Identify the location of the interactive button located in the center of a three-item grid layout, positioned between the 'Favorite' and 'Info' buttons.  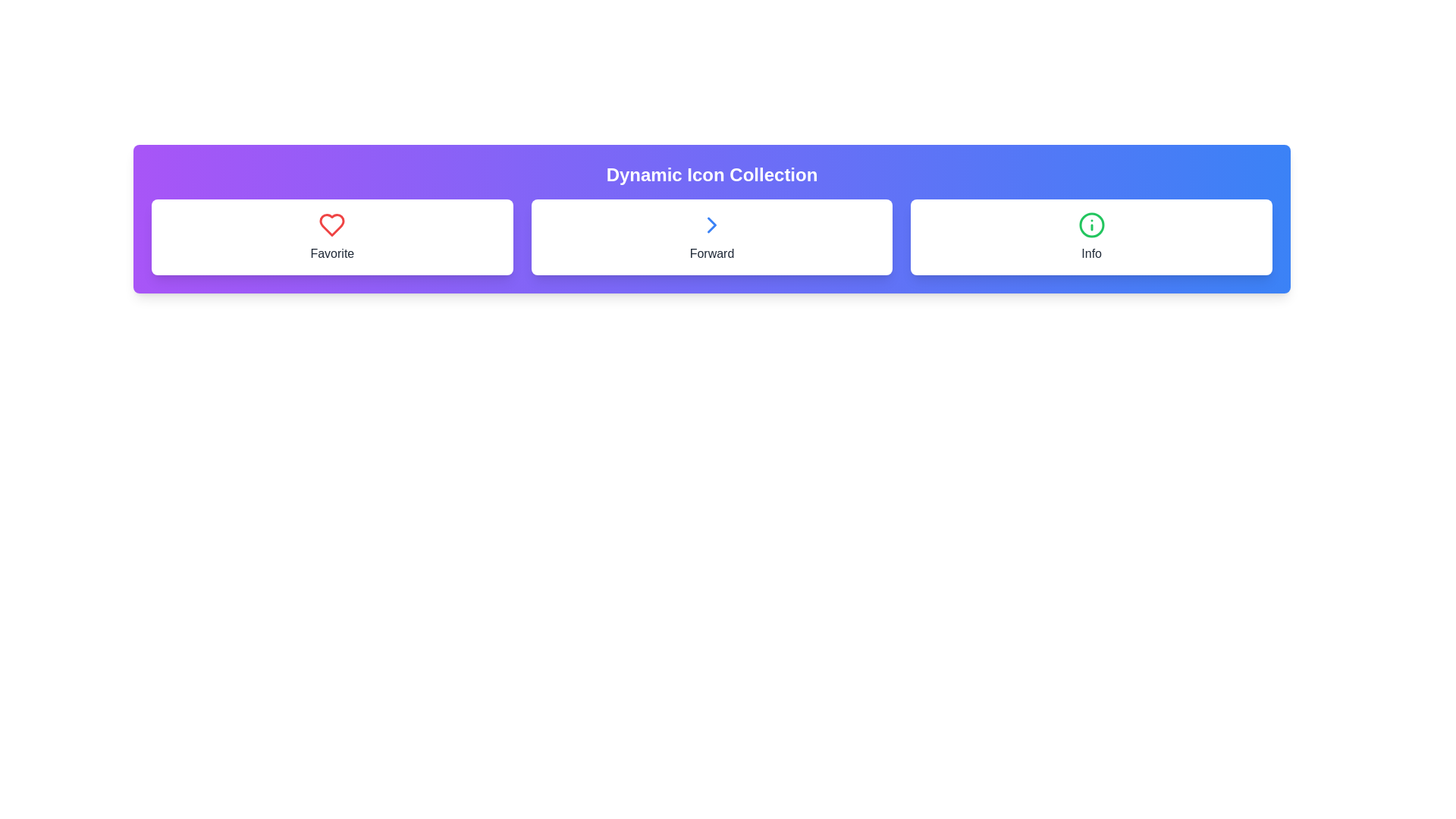
(711, 237).